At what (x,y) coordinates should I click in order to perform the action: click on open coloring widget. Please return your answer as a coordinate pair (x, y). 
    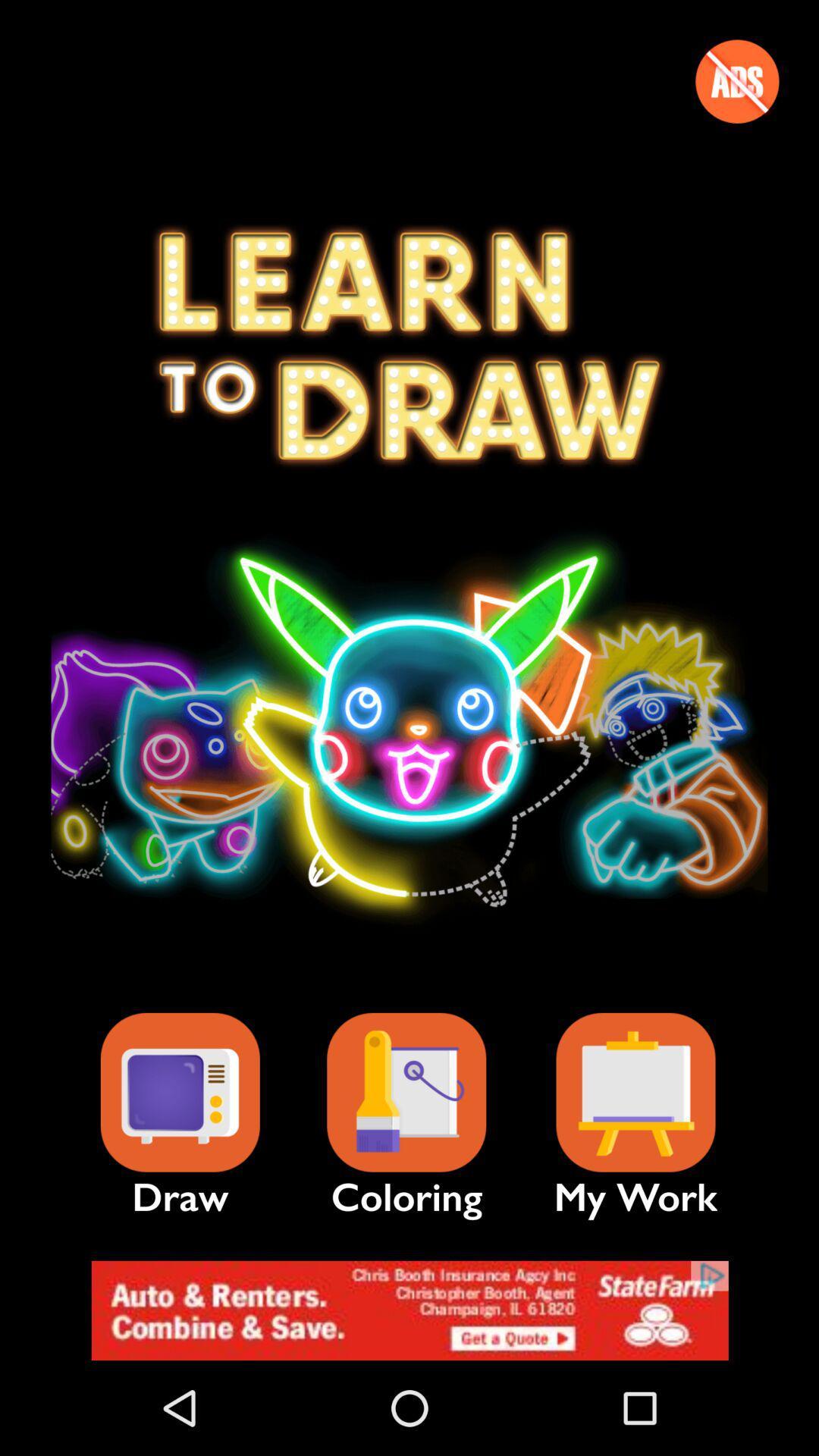
    Looking at the image, I should click on (406, 1093).